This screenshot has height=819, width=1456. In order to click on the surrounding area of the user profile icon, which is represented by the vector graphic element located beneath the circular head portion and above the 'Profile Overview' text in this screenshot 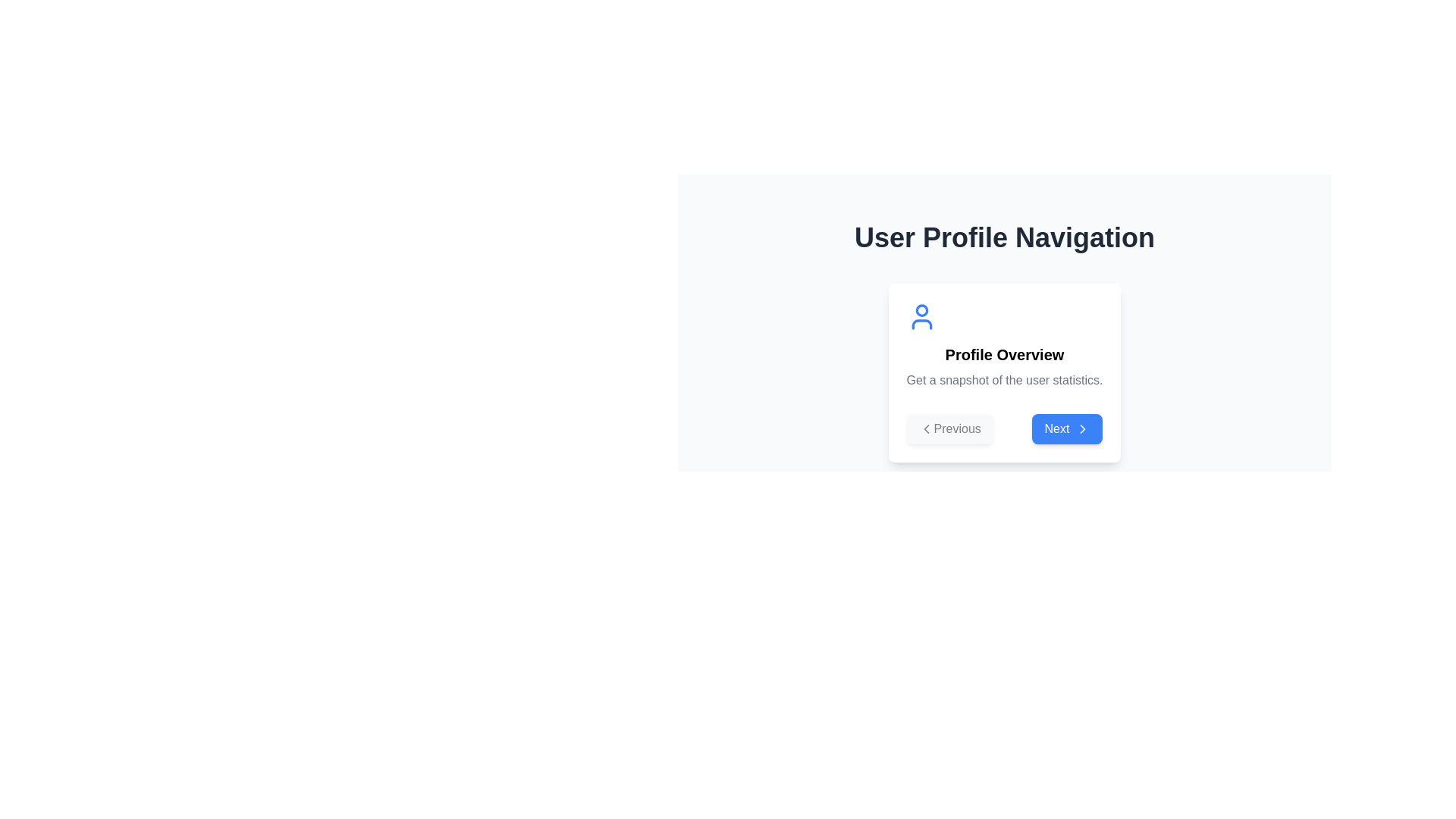, I will do `click(921, 324)`.